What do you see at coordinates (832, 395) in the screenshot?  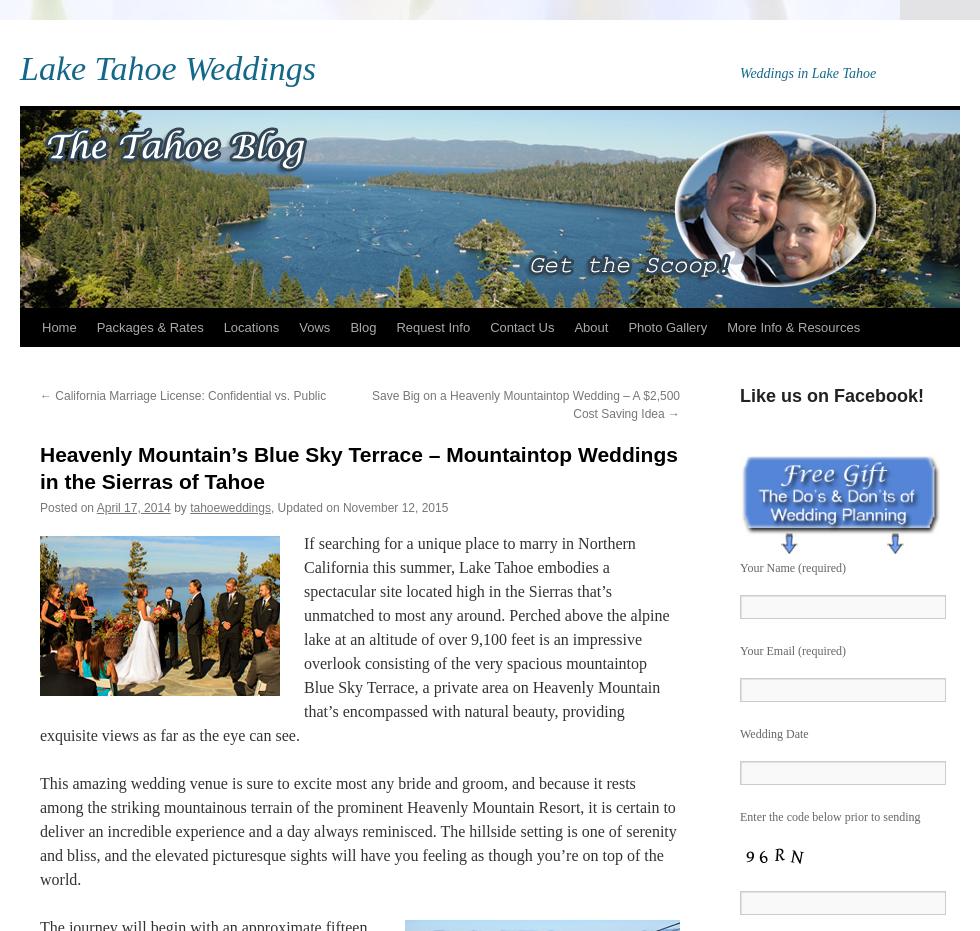 I see `'Like us on Facebook!'` at bounding box center [832, 395].